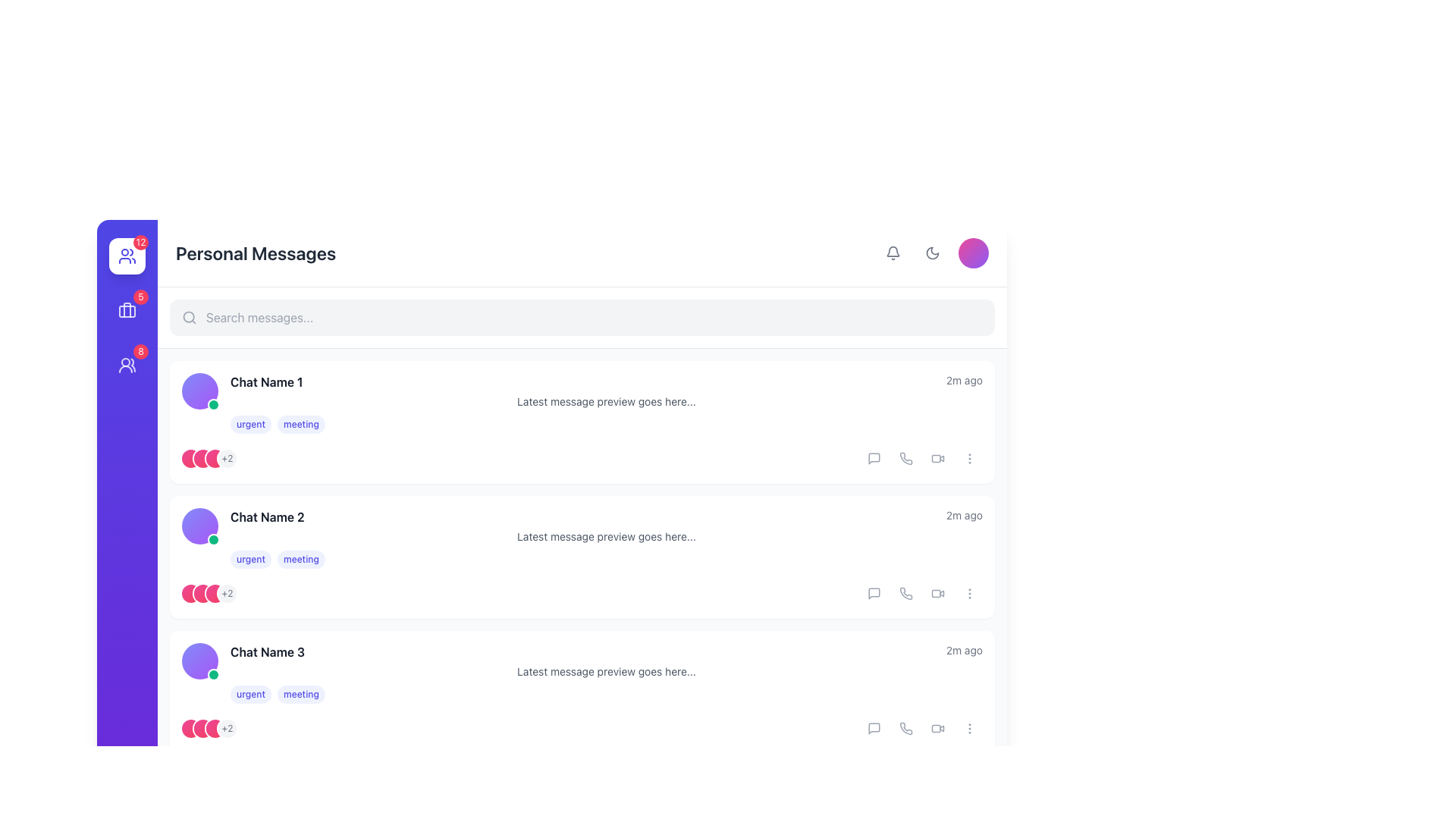 The image size is (1456, 819). I want to click on text of the urgent label that indicates the importance of the specific chat, located to the right of the avatar in the second chat item, so click(251, 559).